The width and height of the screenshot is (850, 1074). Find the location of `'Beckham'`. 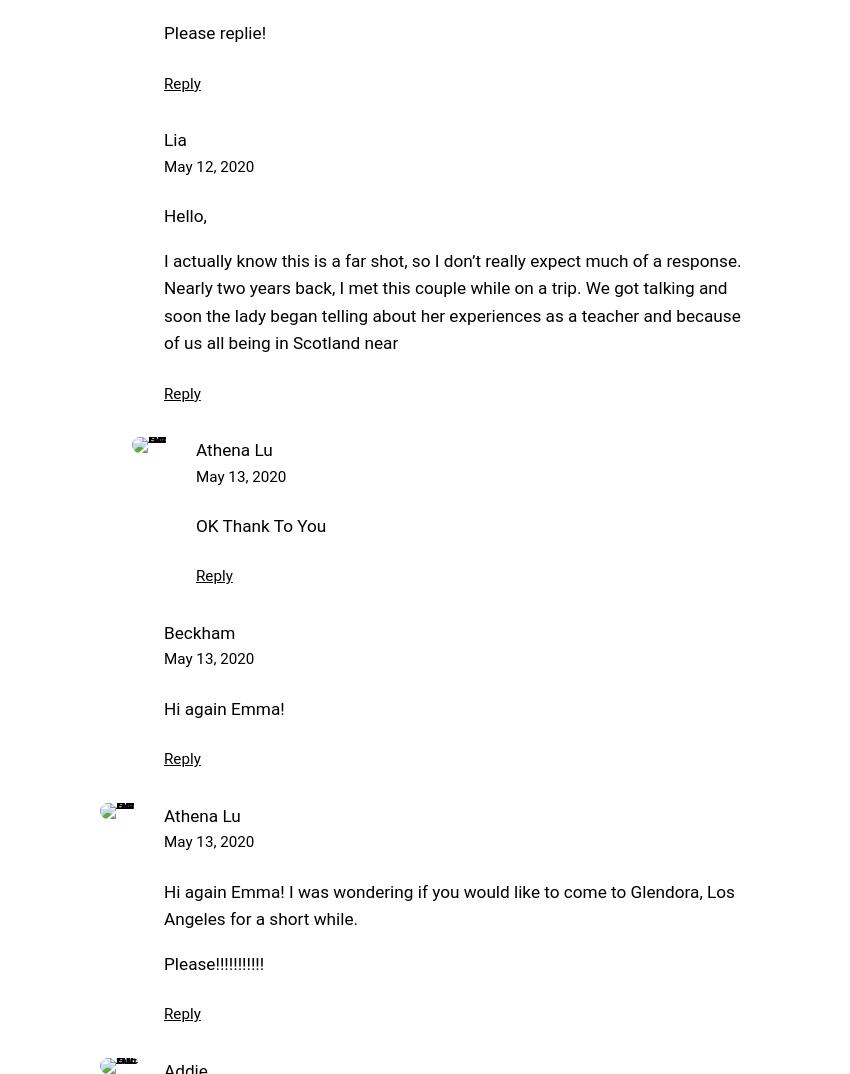

'Beckham' is located at coordinates (163, 632).